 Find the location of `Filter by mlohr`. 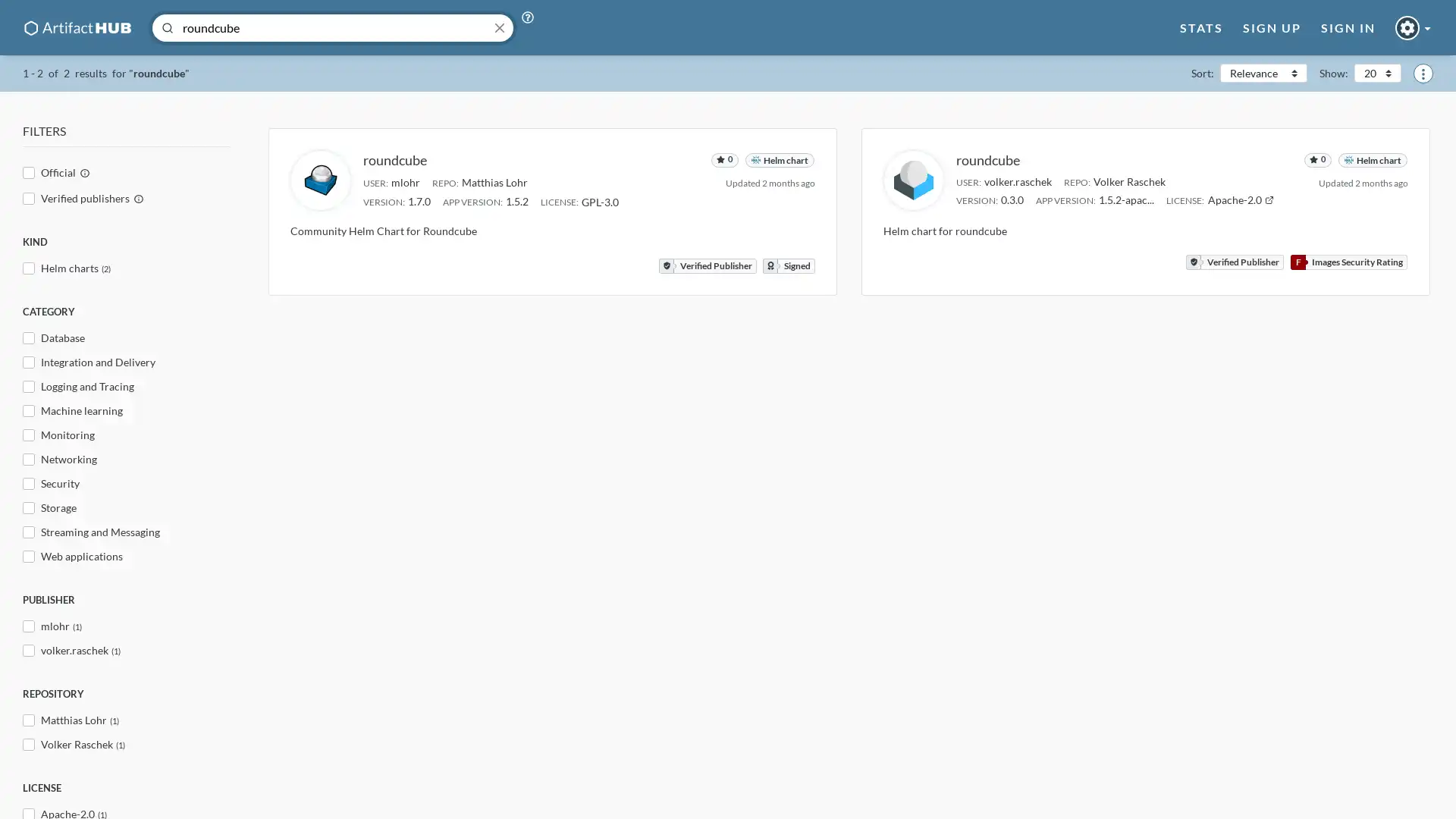

Filter by mlohr is located at coordinates (405, 180).